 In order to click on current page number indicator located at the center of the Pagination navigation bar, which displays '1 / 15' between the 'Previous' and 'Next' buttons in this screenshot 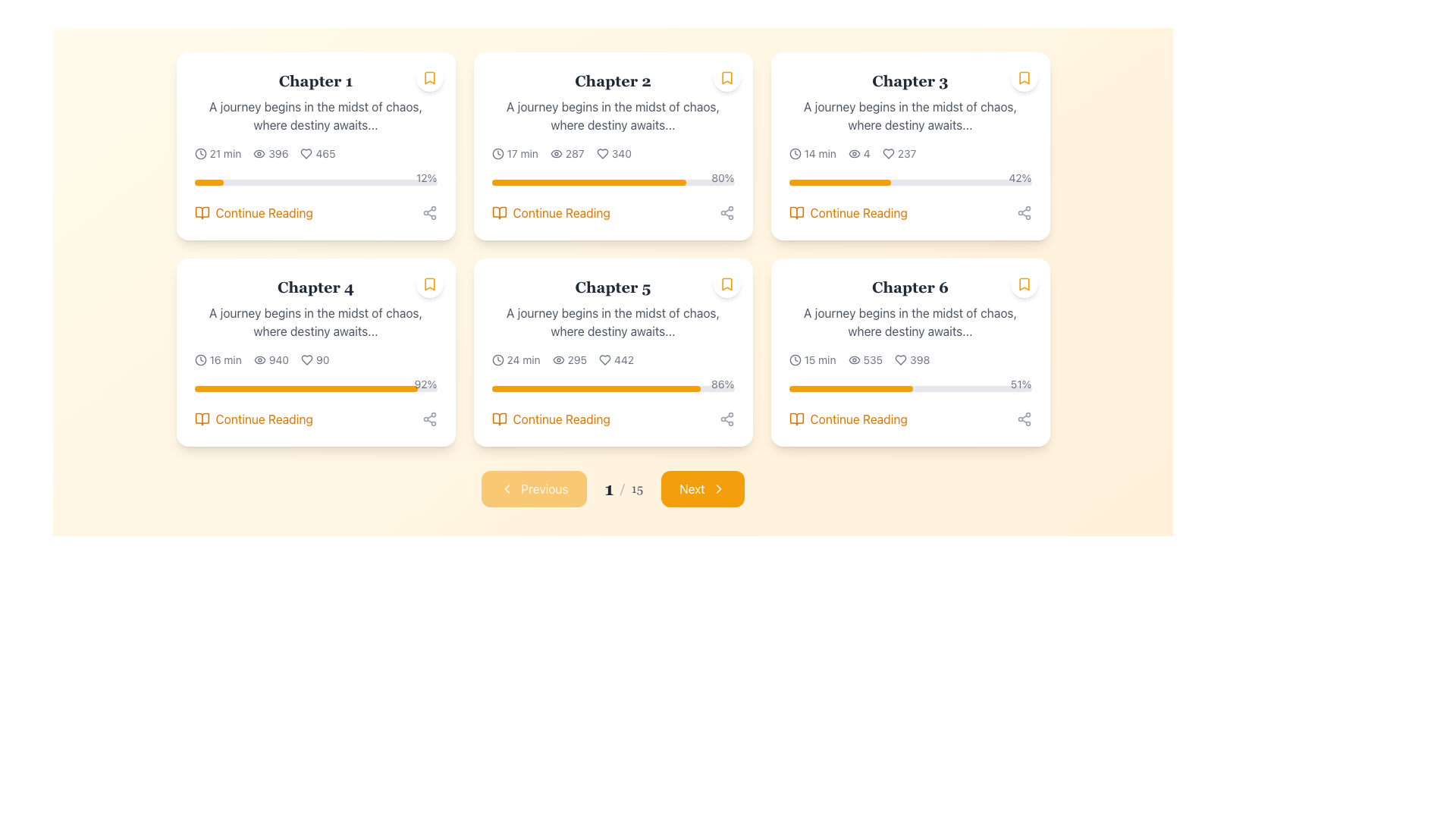, I will do `click(613, 488)`.